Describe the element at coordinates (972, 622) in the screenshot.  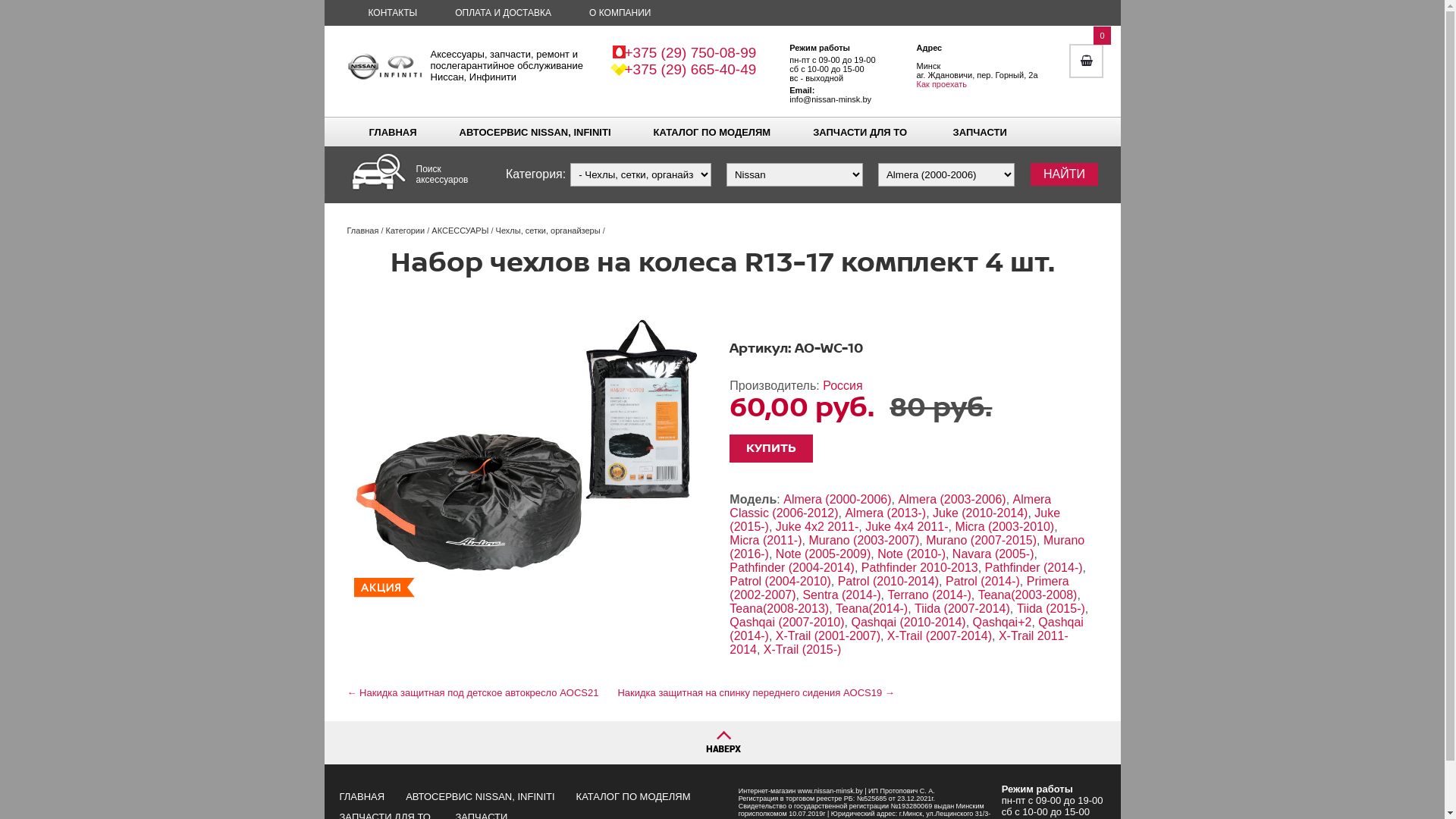
I see `'Qashqai+2'` at that location.